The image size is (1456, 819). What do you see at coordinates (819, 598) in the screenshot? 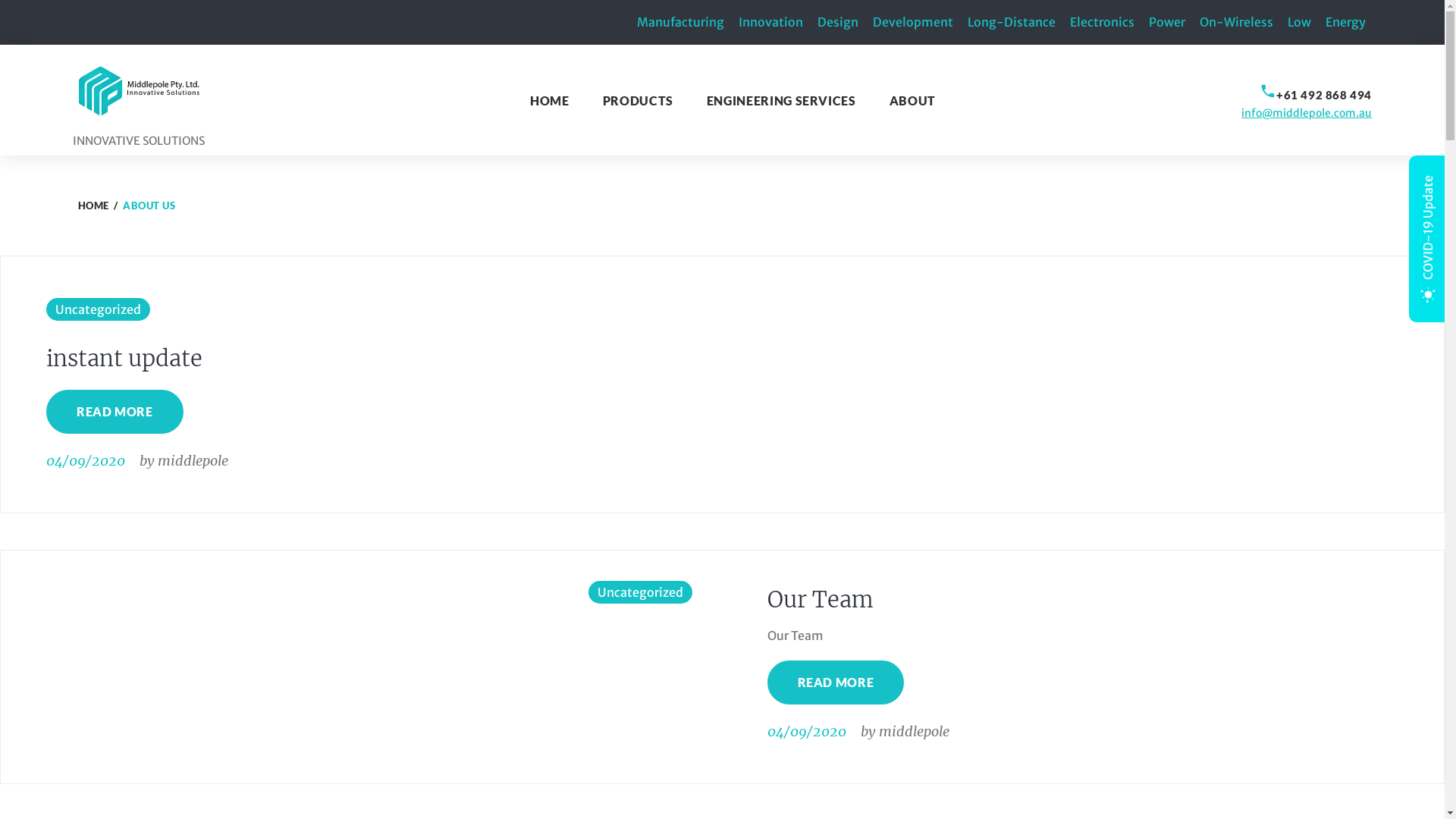
I see `'Our Team'` at bounding box center [819, 598].